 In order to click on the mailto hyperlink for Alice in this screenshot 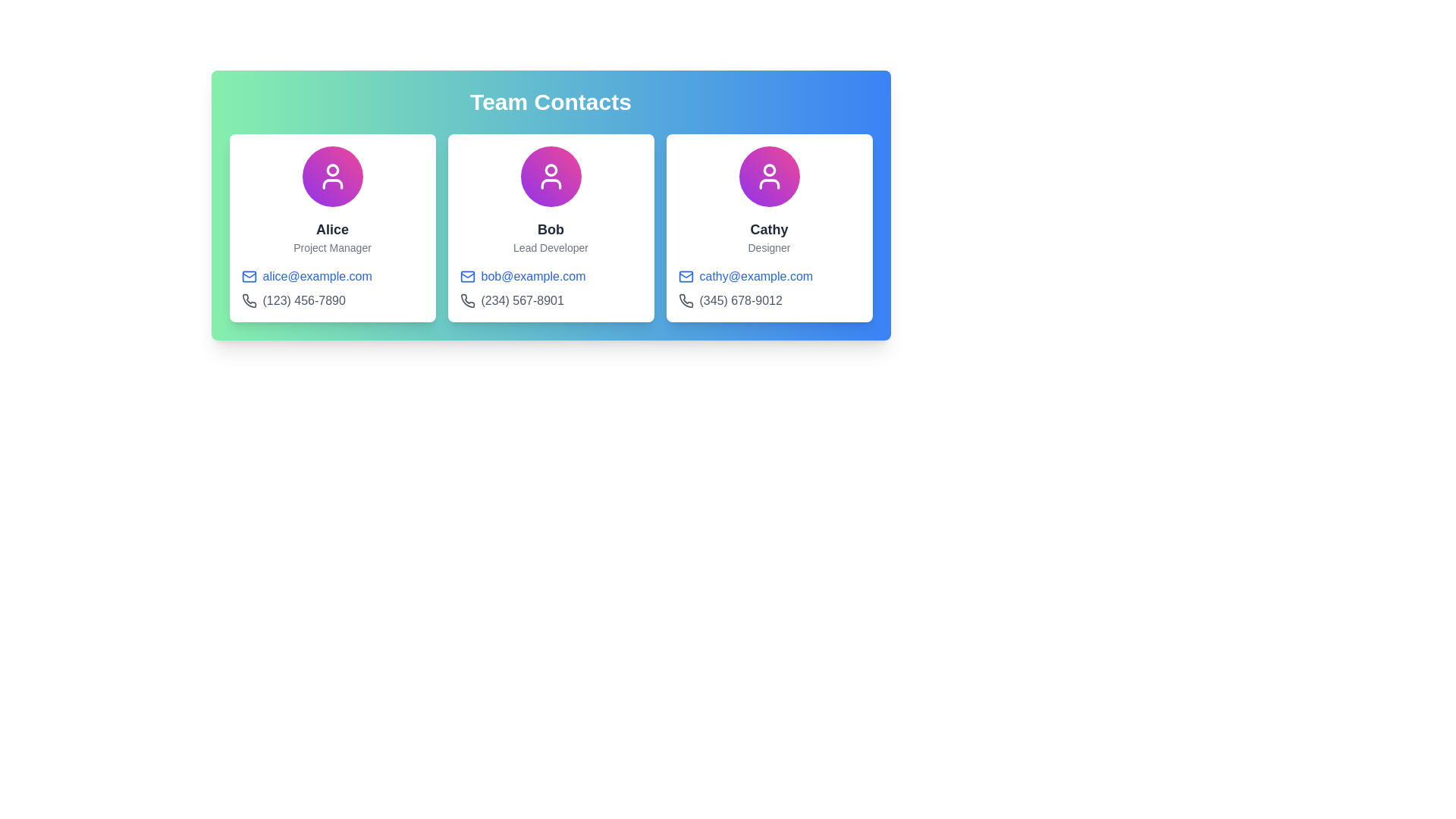, I will do `click(331, 277)`.